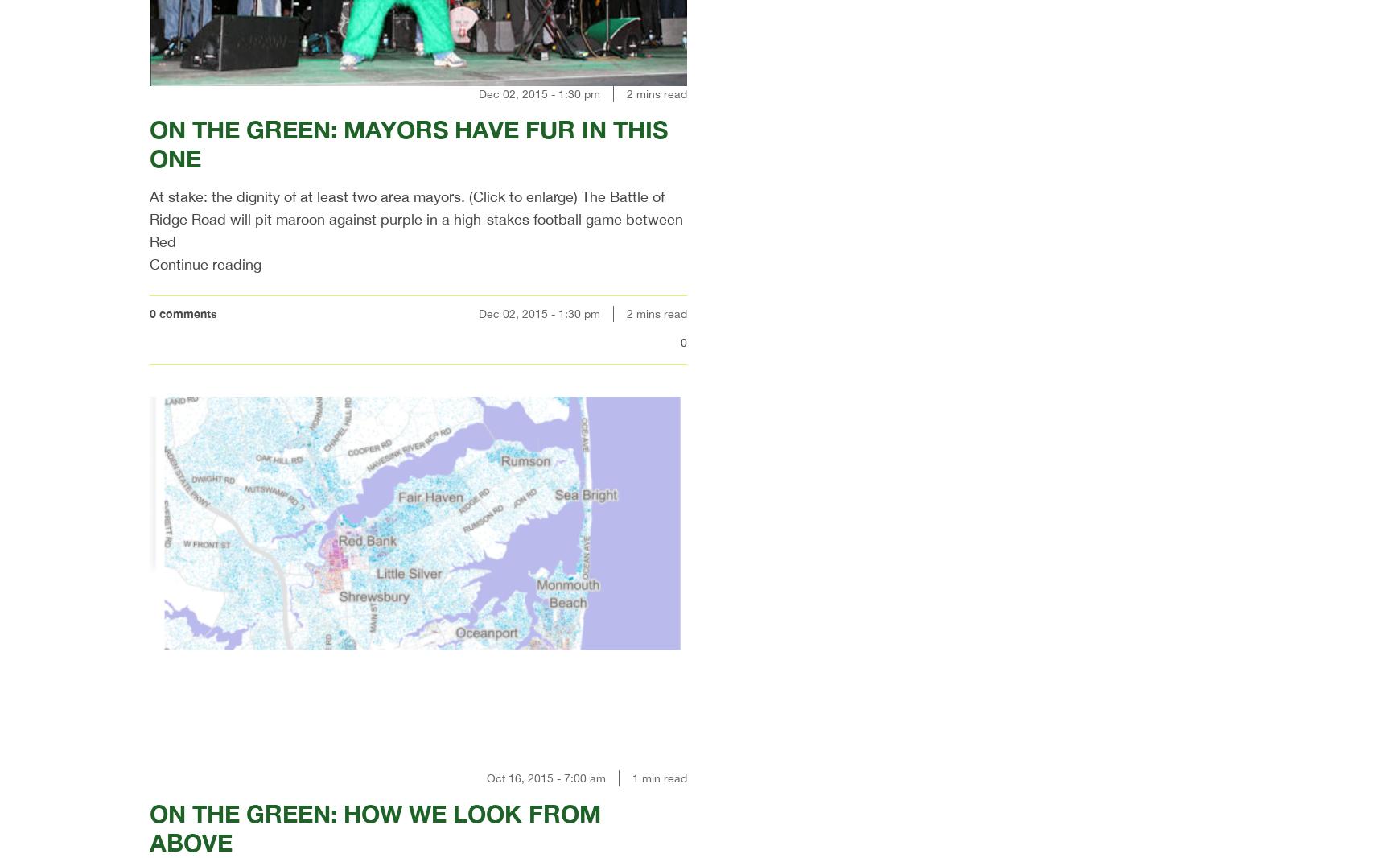 This screenshot has width=1400, height=858. What do you see at coordinates (660, 778) in the screenshot?
I see `'1 min read'` at bounding box center [660, 778].